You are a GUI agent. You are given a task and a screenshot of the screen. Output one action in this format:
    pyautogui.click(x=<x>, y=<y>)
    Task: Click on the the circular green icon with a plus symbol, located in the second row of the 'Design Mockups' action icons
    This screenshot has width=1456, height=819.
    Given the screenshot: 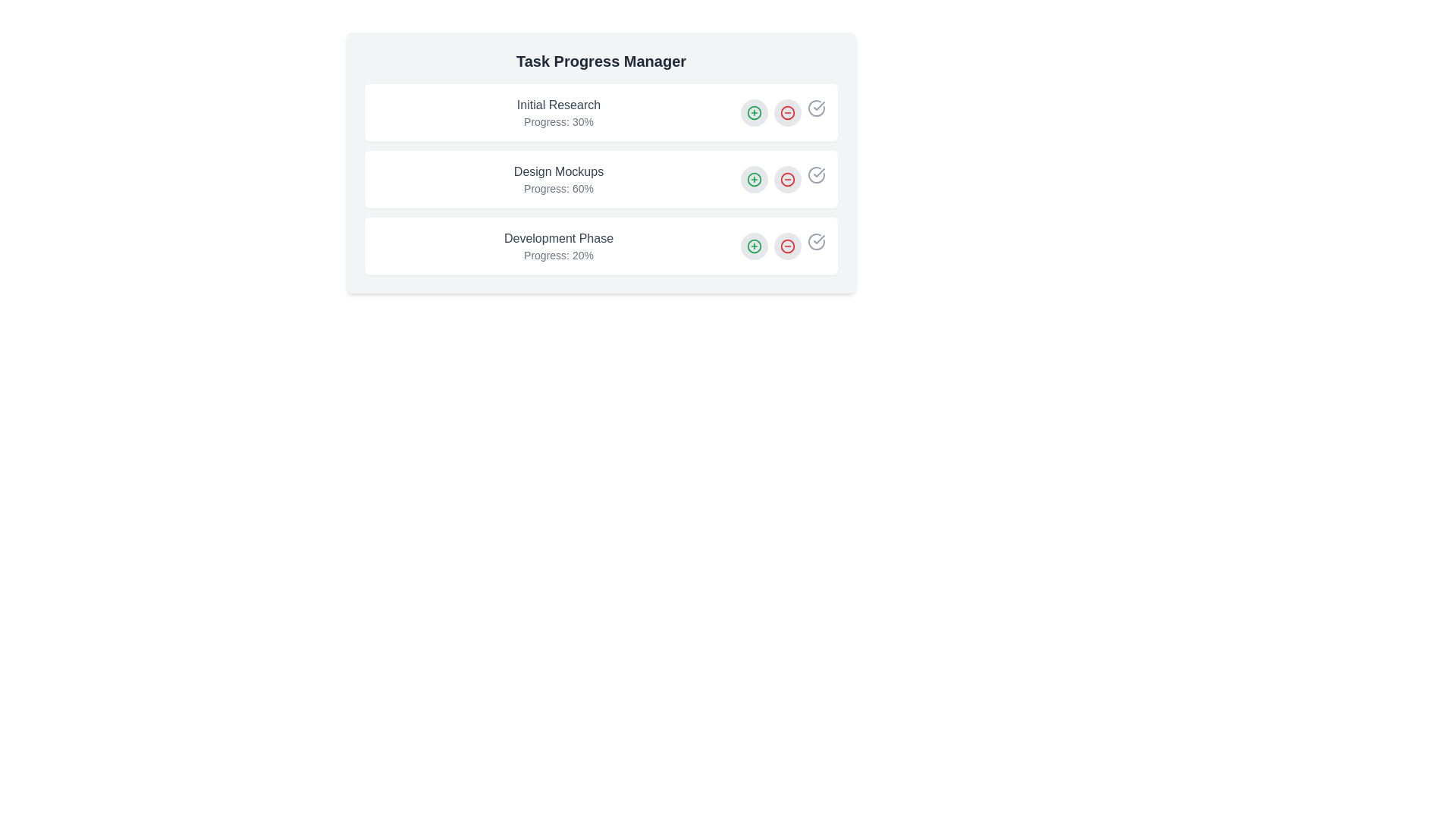 What is the action you would take?
    pyautogui.click(x=754, y=112)
    